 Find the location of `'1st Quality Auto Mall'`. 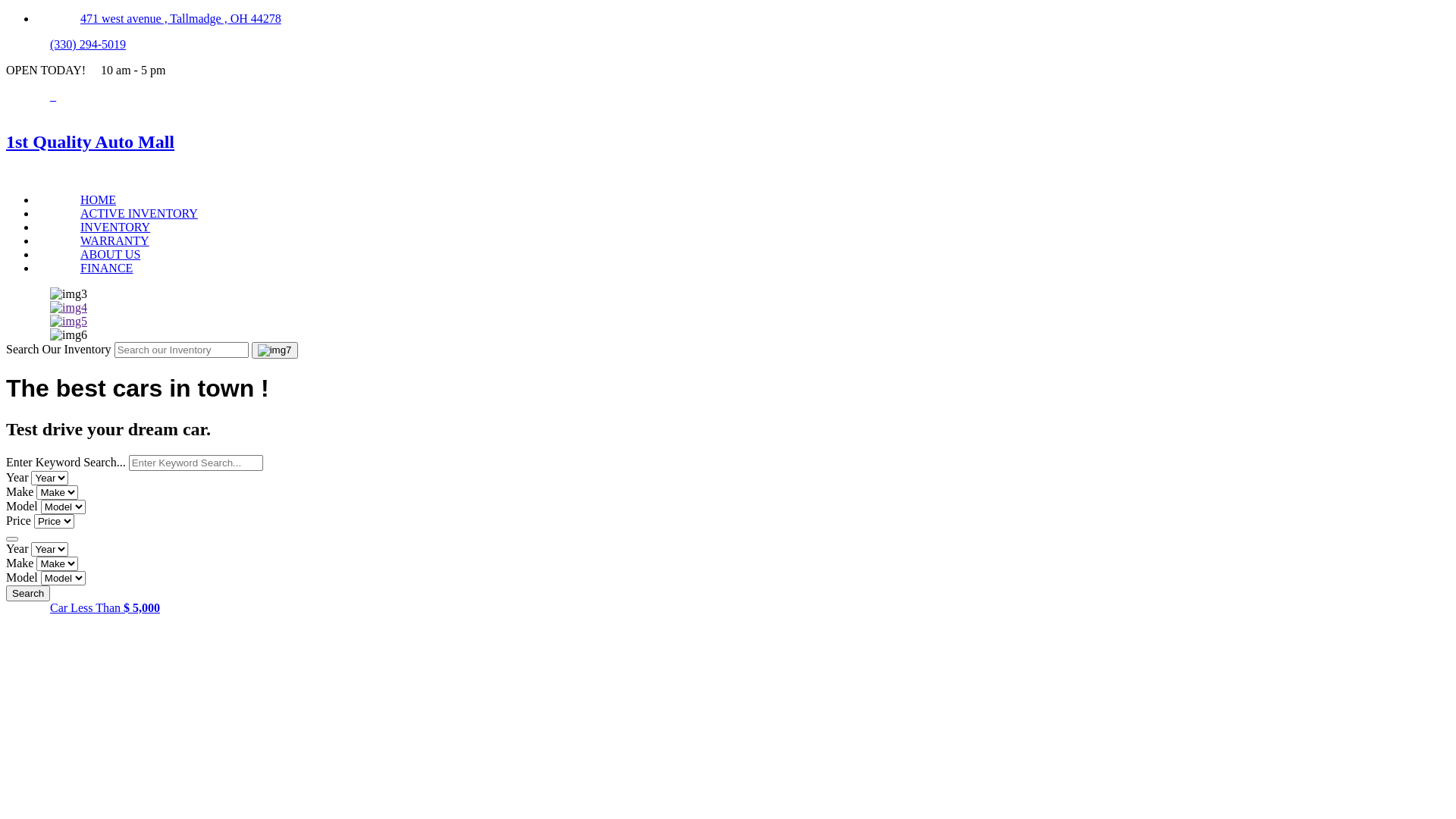

'1st Quality Auto Mall' is located at coordinates (728, 141).